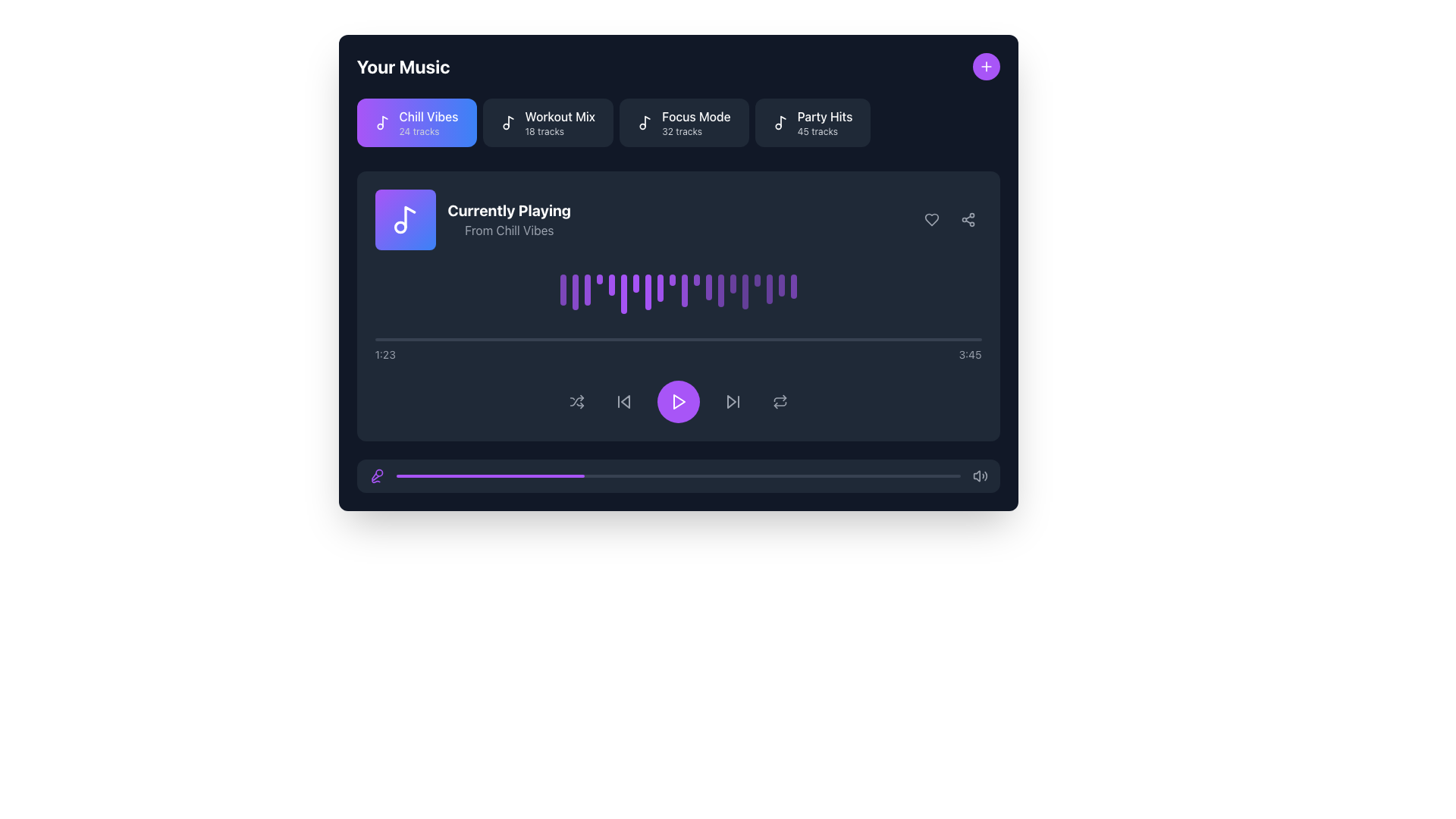 The width and height of the screenshot is (1456, 819). What do you see at coordinates (623, 294) in the screenshot?
I see `the sixth visual waveform bar in the music playback interface, which represents the dynamic audio visualization of the currently playing track` at bounding box center [623, 294].